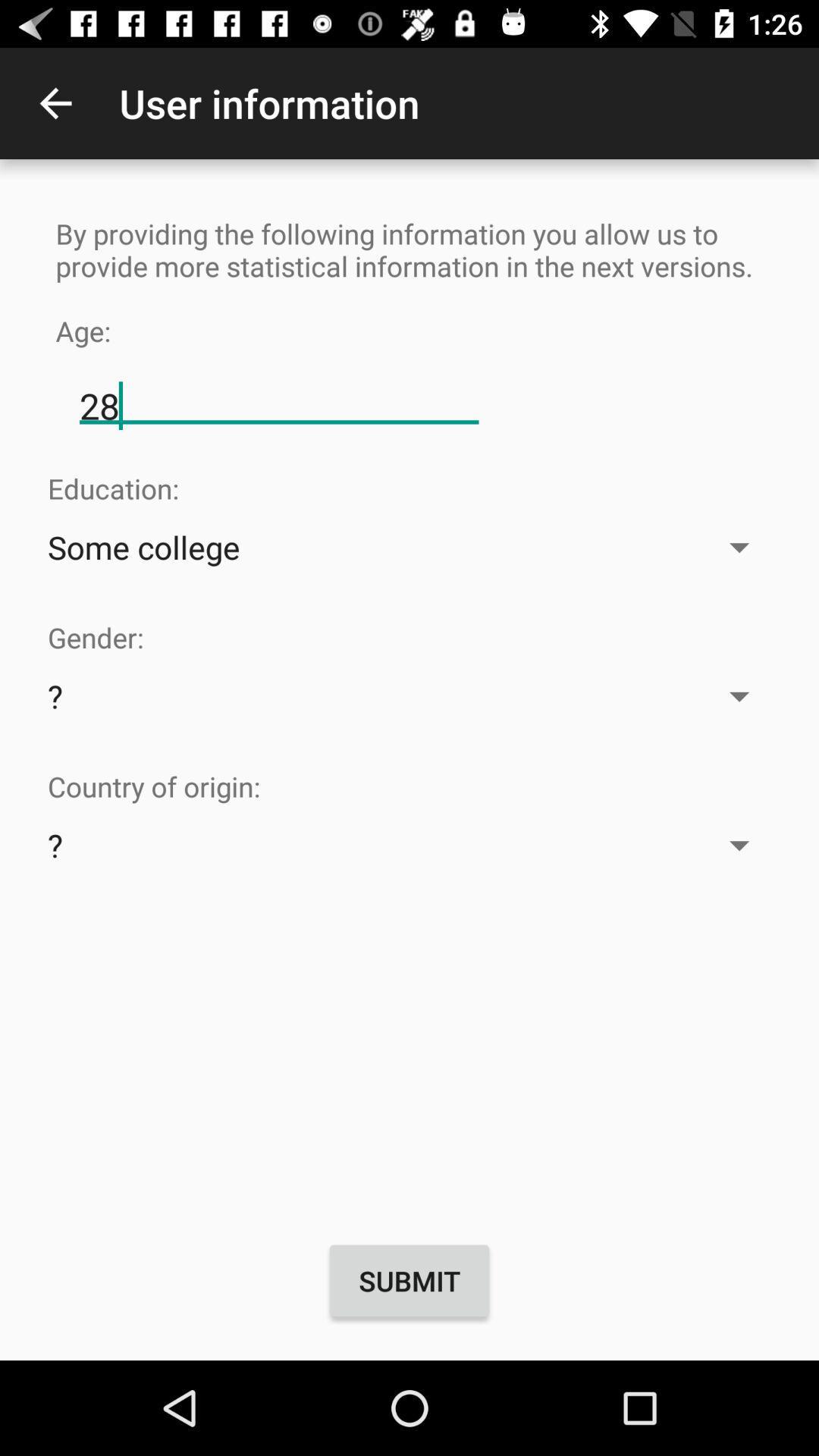 The height and width of the screenshot is (1456, 819). What do you see at coordinates (409, 546) in the screenshot?
I see `the text field below education` at bounding box center [409, 546].